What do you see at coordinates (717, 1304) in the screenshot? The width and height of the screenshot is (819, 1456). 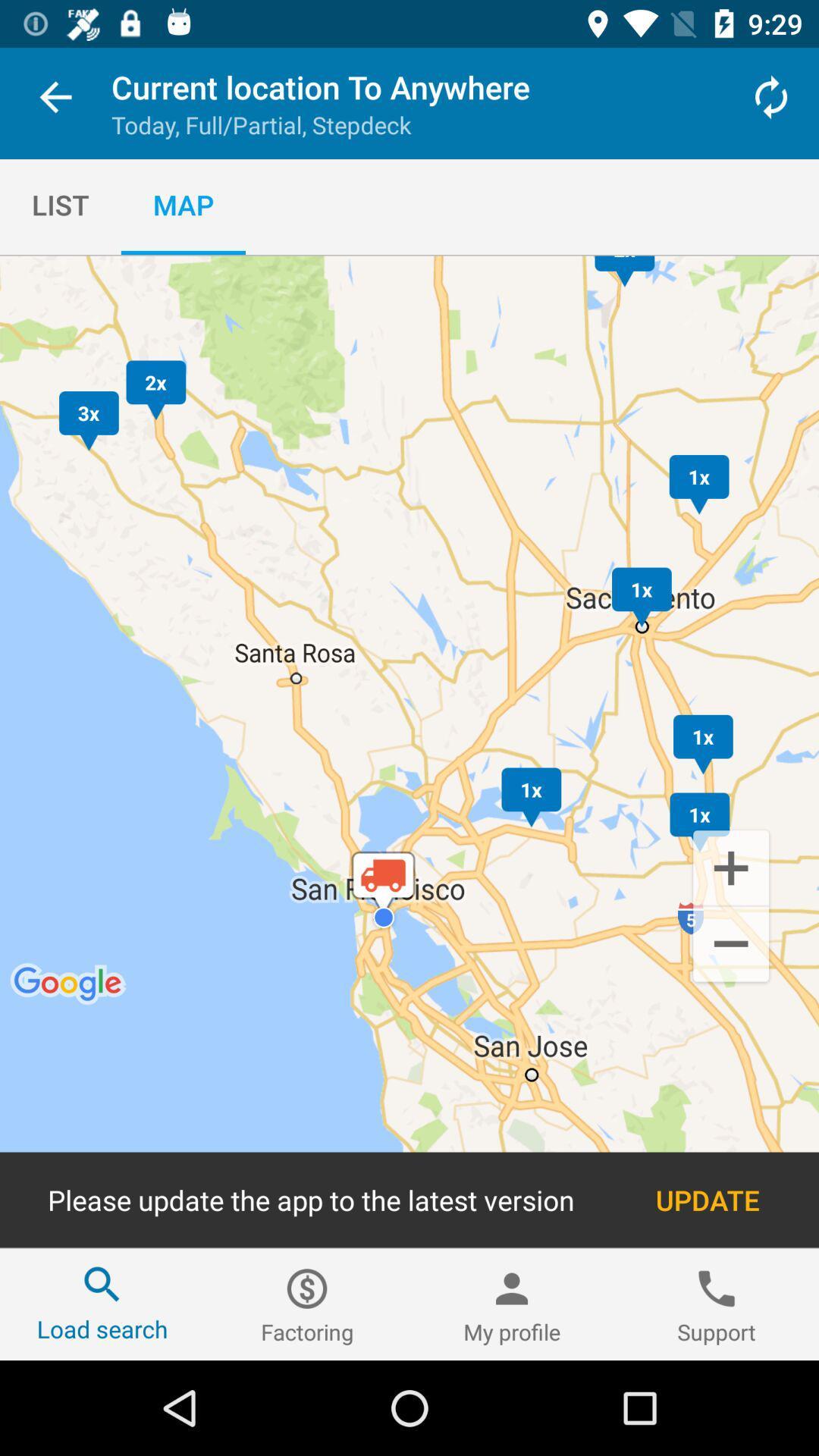 I see `the support` at bounding box center [717, 1304].